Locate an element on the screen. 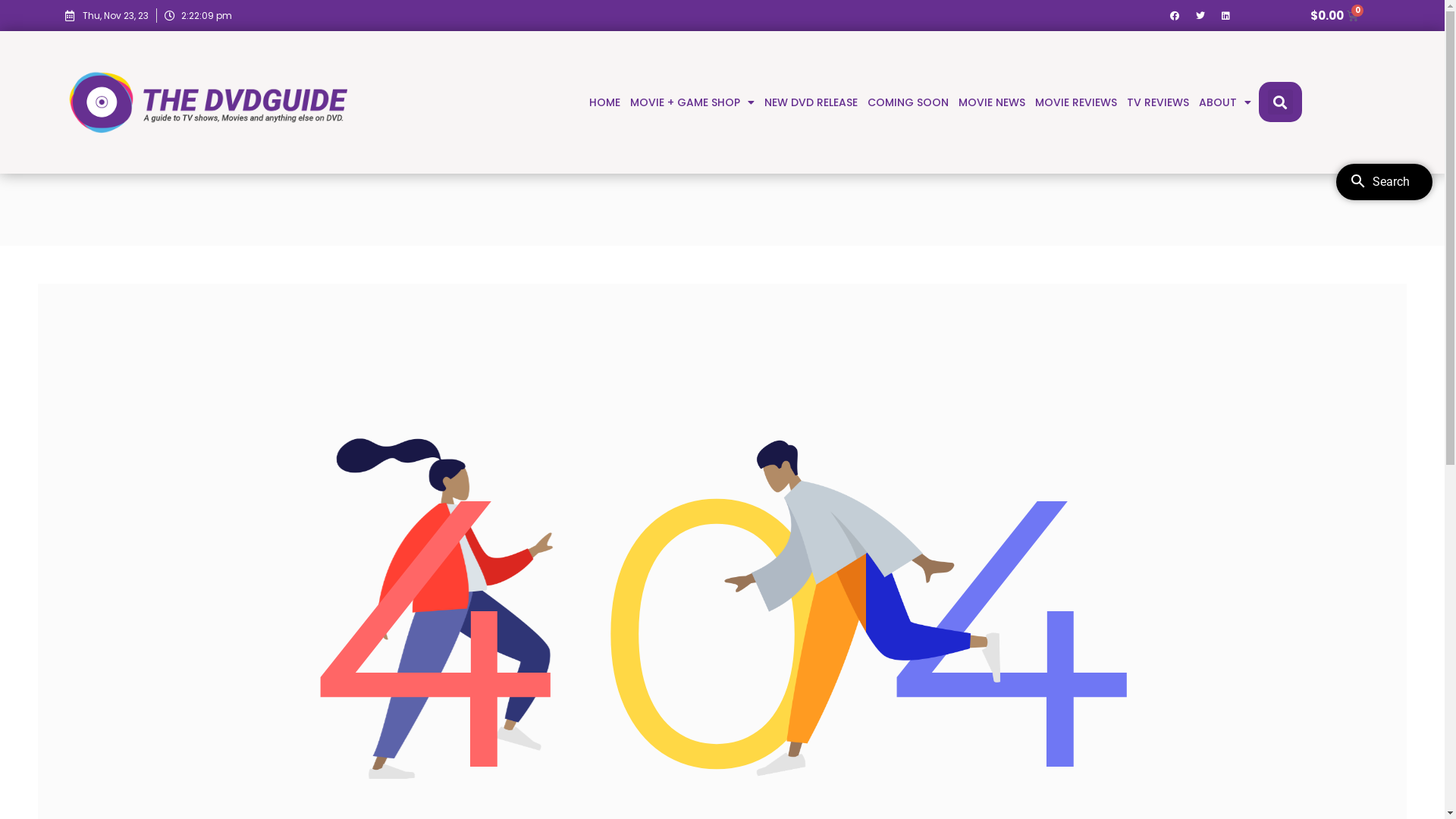 The image size is (1456, 819). 'MOVIE + GAME SHOP' is located at coordinates (629, 102).